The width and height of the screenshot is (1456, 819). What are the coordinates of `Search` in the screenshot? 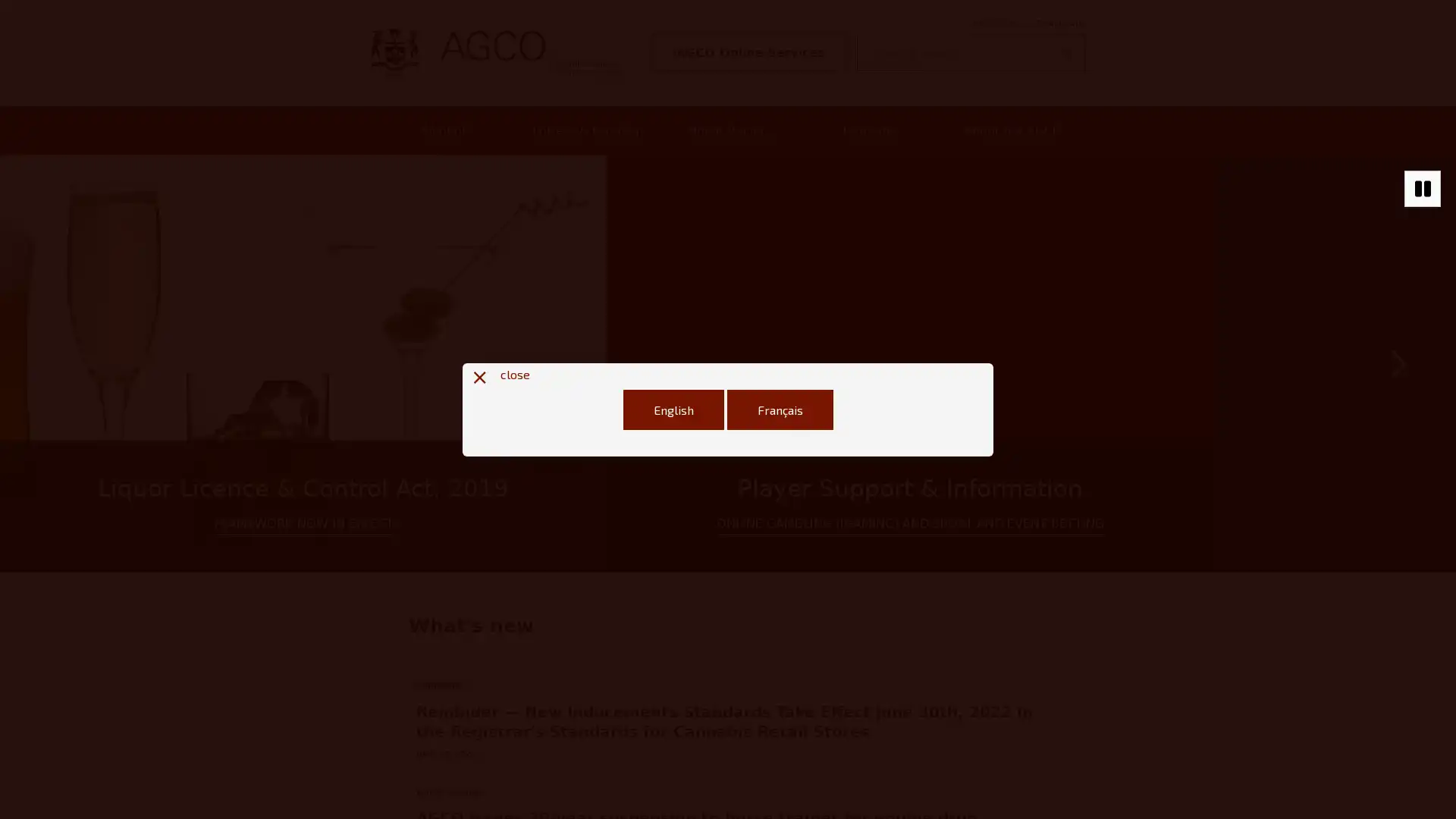 It's located at (1065, 52).